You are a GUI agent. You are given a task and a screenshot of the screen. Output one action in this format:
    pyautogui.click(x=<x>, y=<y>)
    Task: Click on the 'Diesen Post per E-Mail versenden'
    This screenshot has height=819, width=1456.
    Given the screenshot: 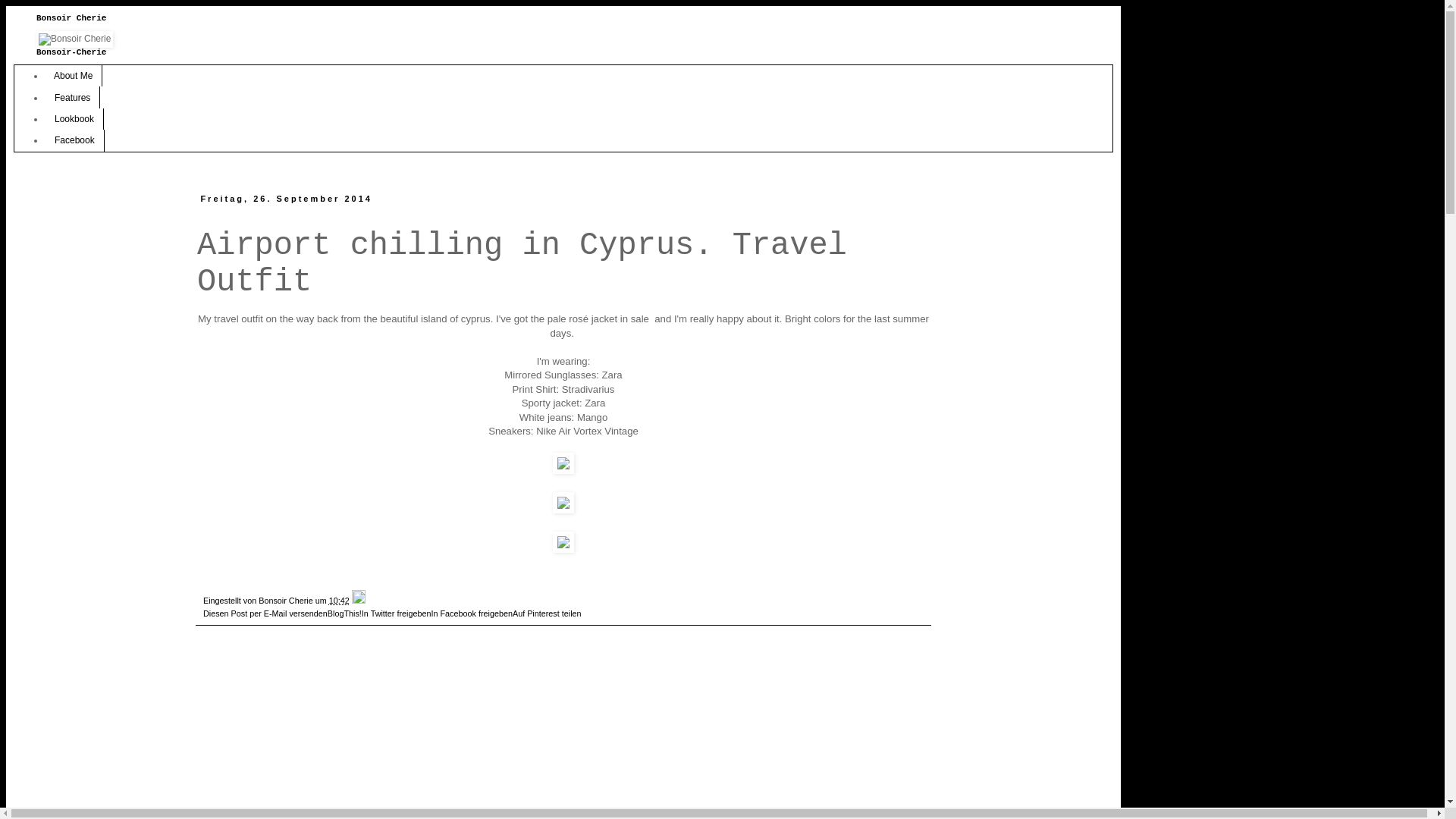 What is the action you would take?
    pyautogui.click(x=265, y=613)
    